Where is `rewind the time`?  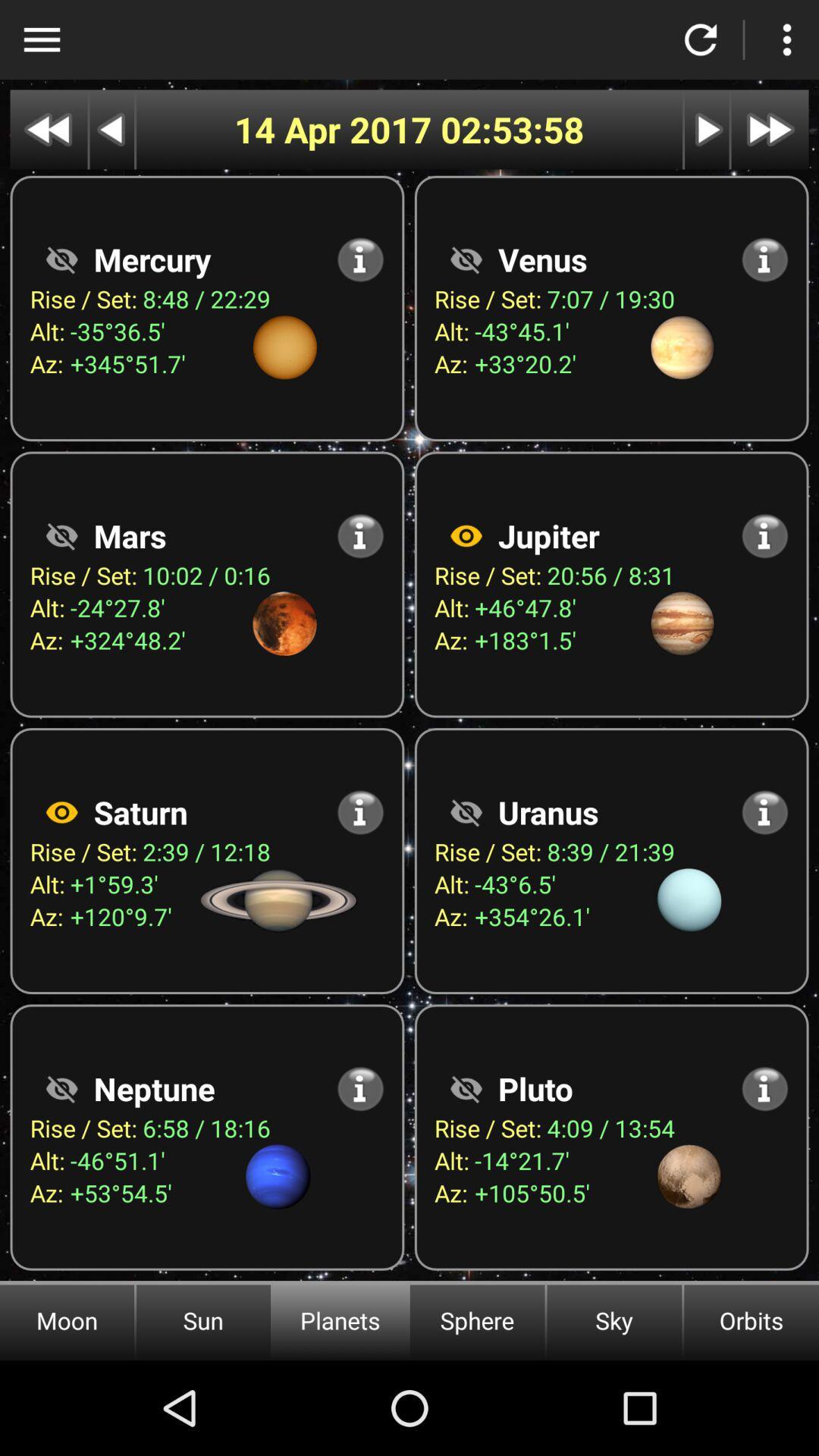
rewind the time is located at coordinates (48, 130).